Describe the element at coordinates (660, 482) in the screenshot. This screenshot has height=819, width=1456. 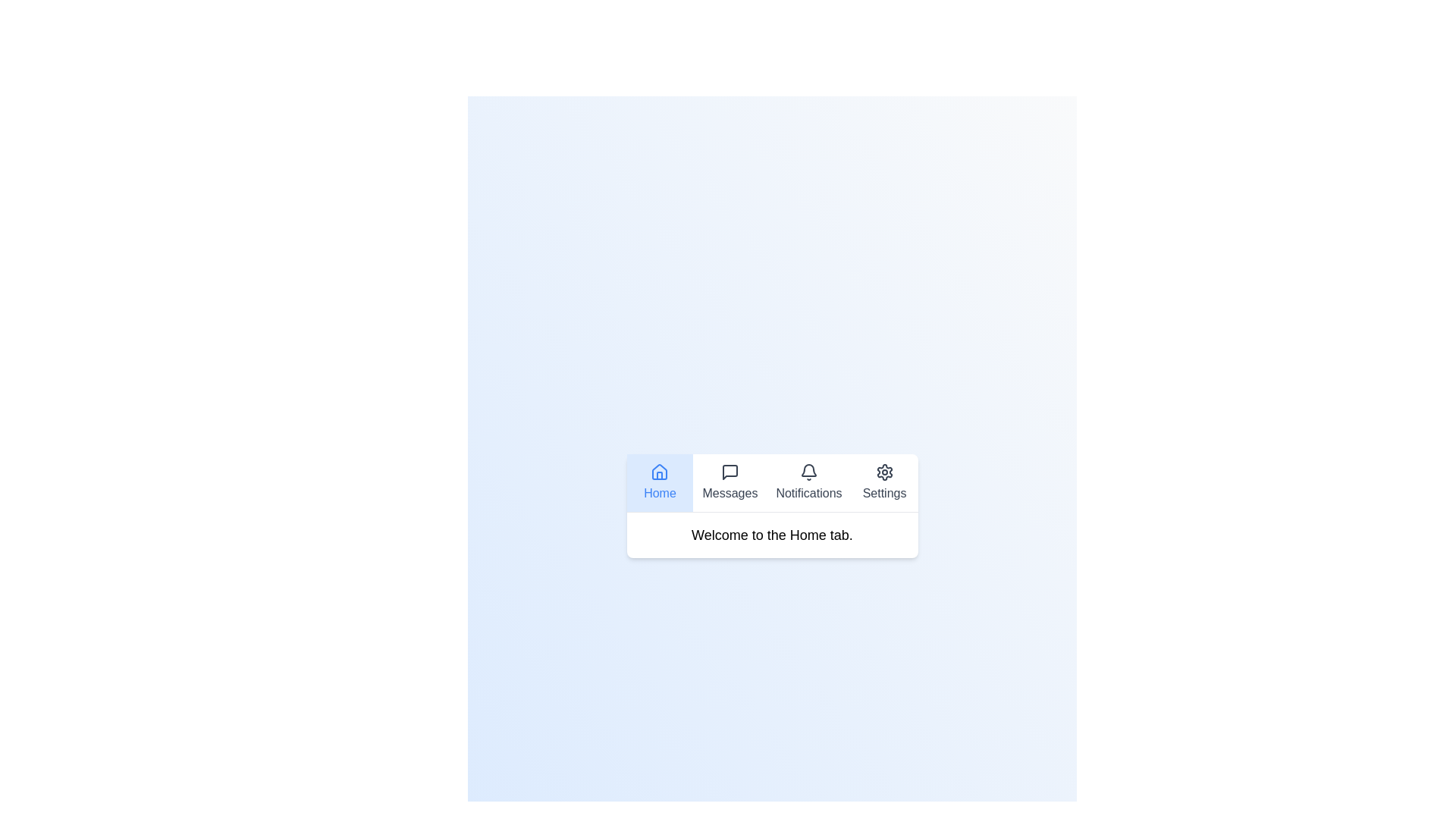
I see `the 'Home' tab in the navigation bar` at that location.